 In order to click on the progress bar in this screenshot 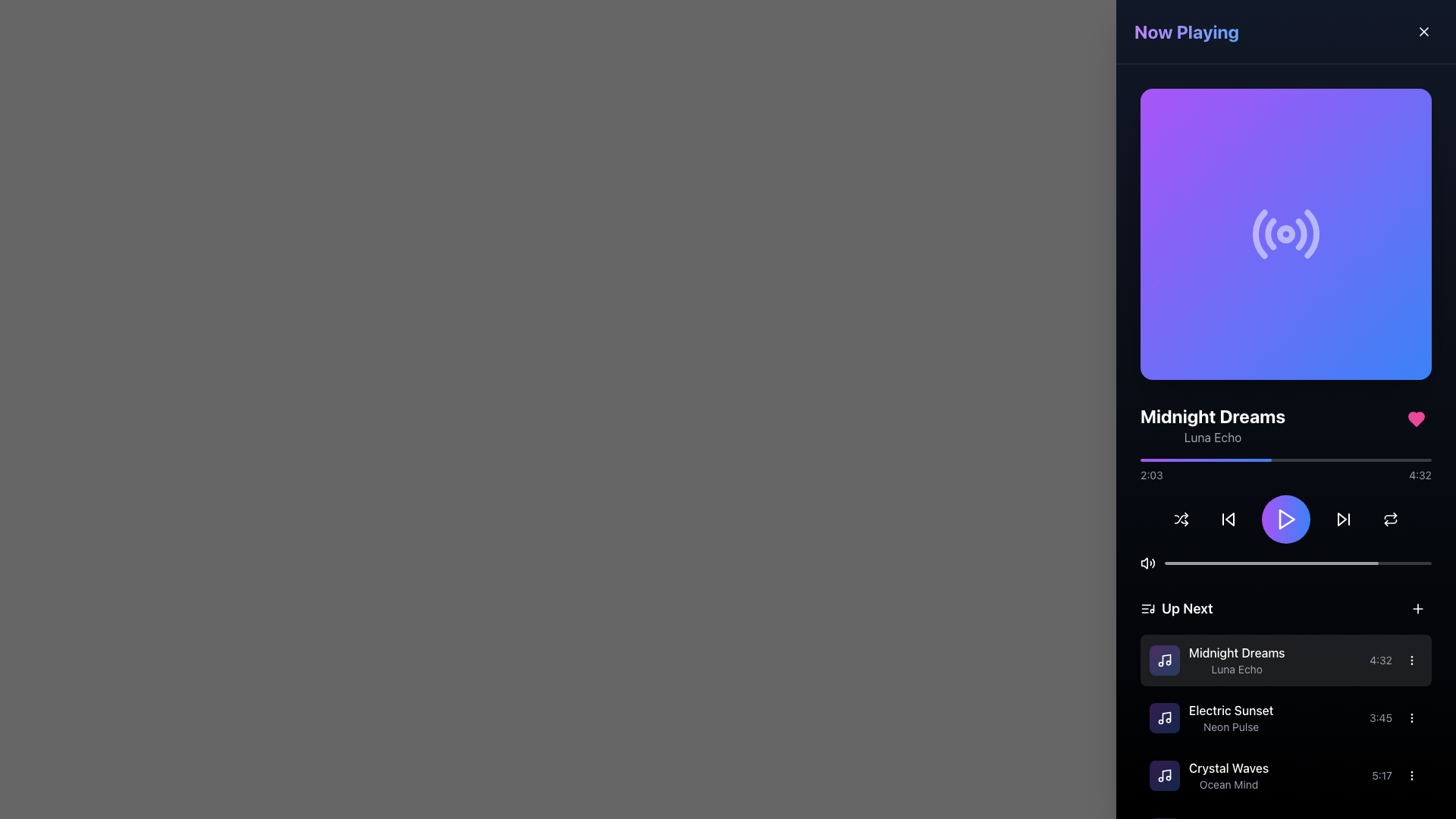, I will do `click(1194, 459)`.